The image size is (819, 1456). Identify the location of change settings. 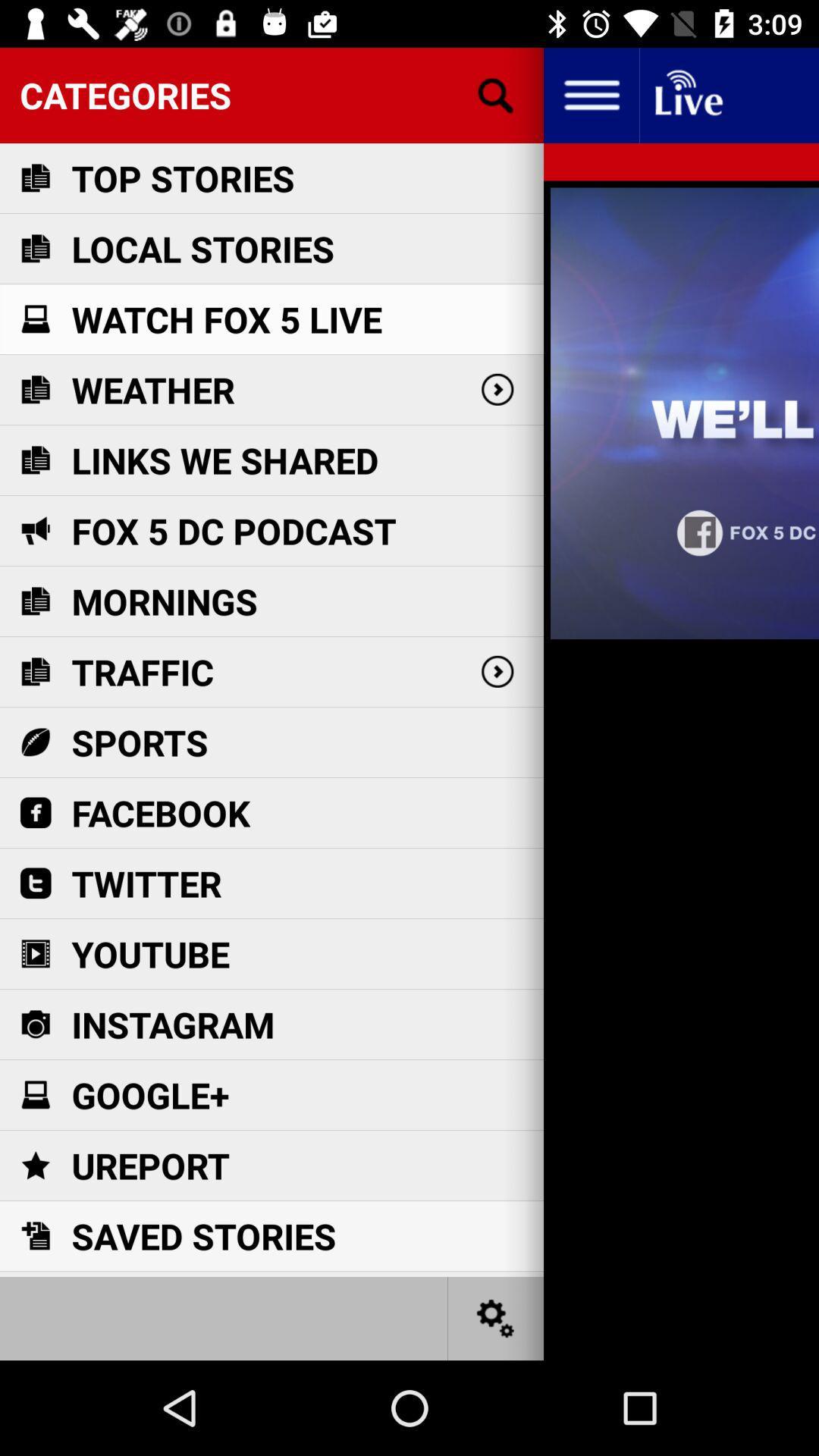
(496, 1317).